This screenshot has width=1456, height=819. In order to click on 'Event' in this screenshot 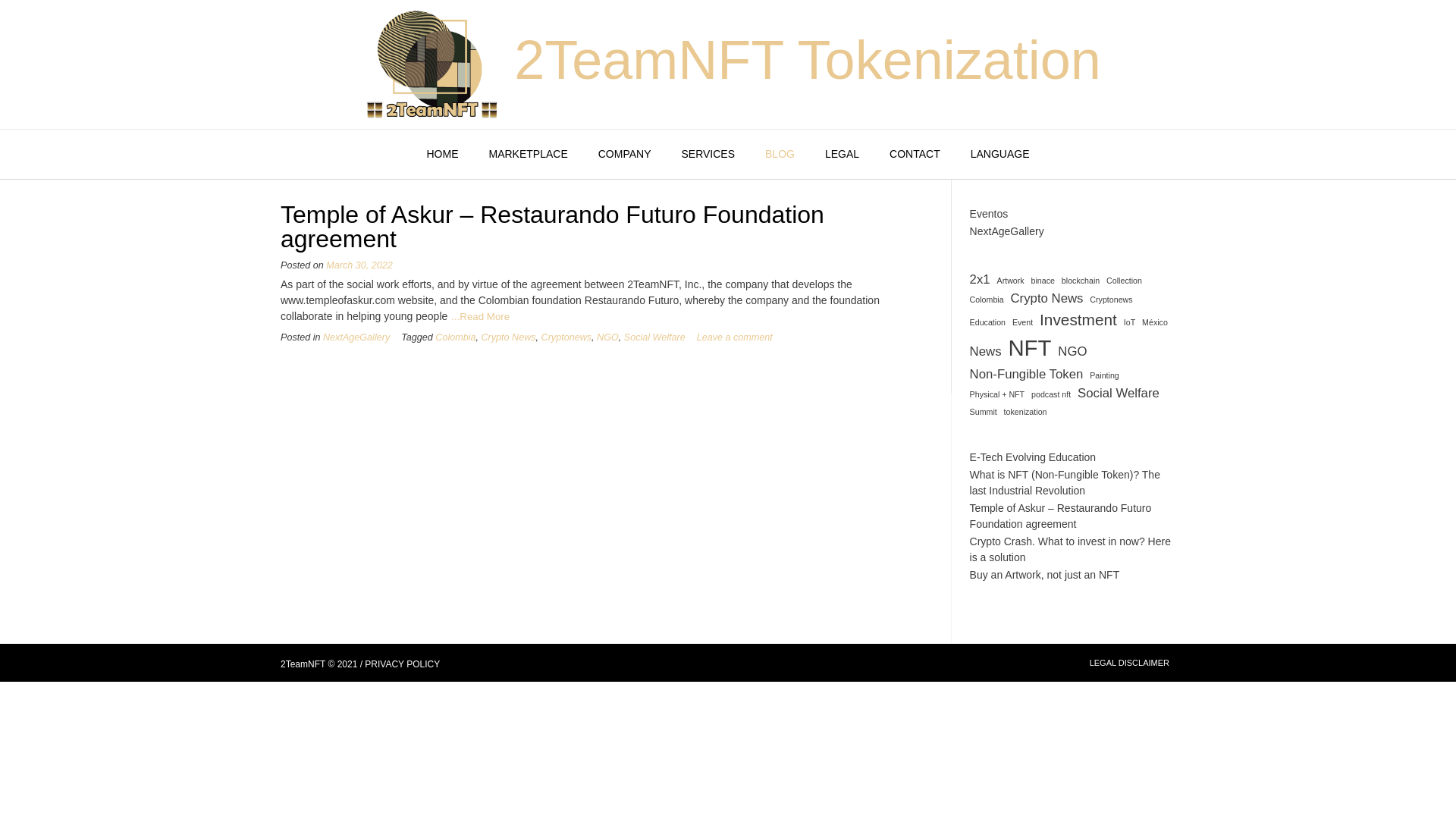, I will do `click(1022, 321)`.